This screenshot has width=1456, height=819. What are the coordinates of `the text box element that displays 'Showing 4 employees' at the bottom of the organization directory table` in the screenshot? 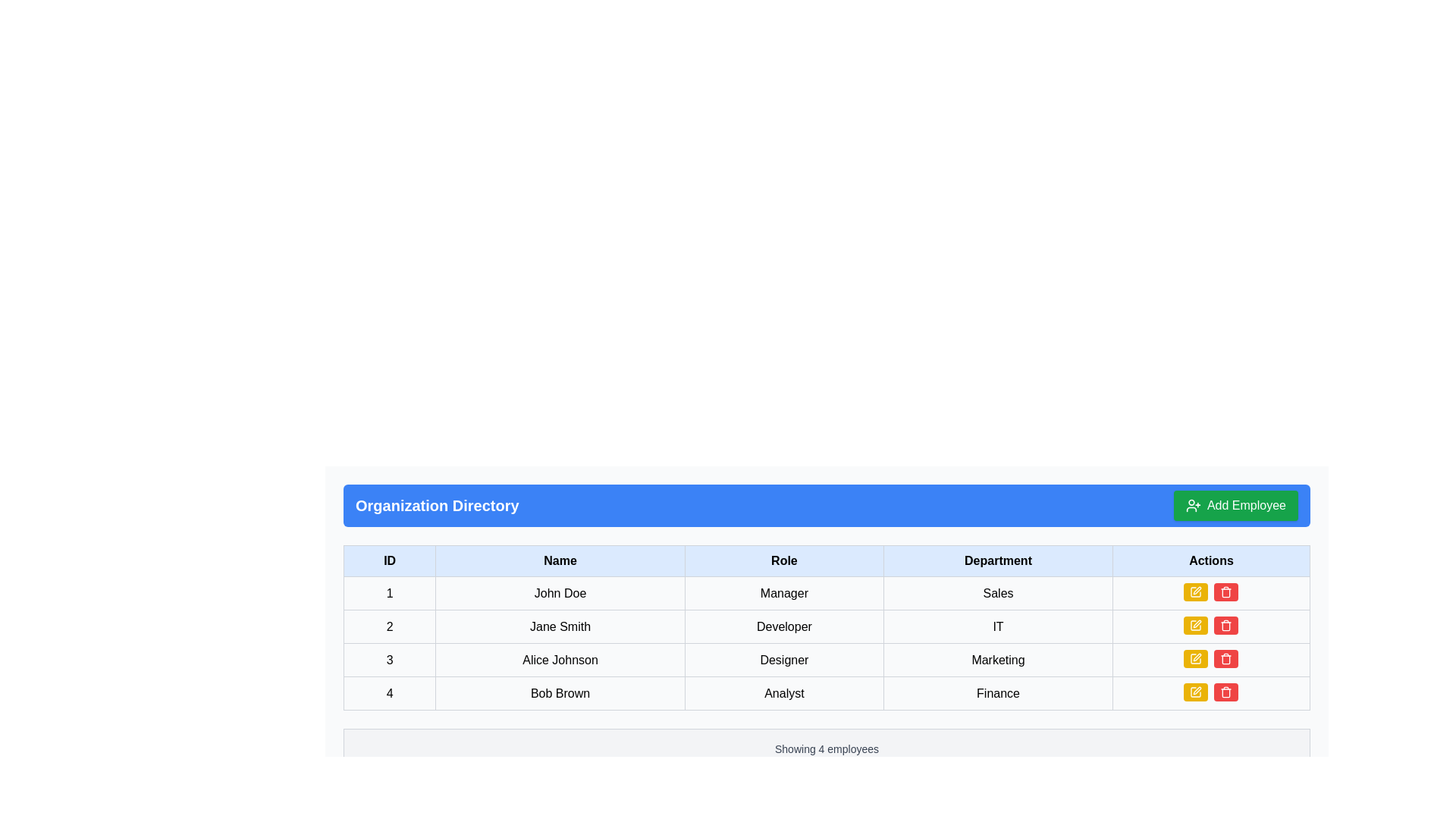 It's located at (826, 748).